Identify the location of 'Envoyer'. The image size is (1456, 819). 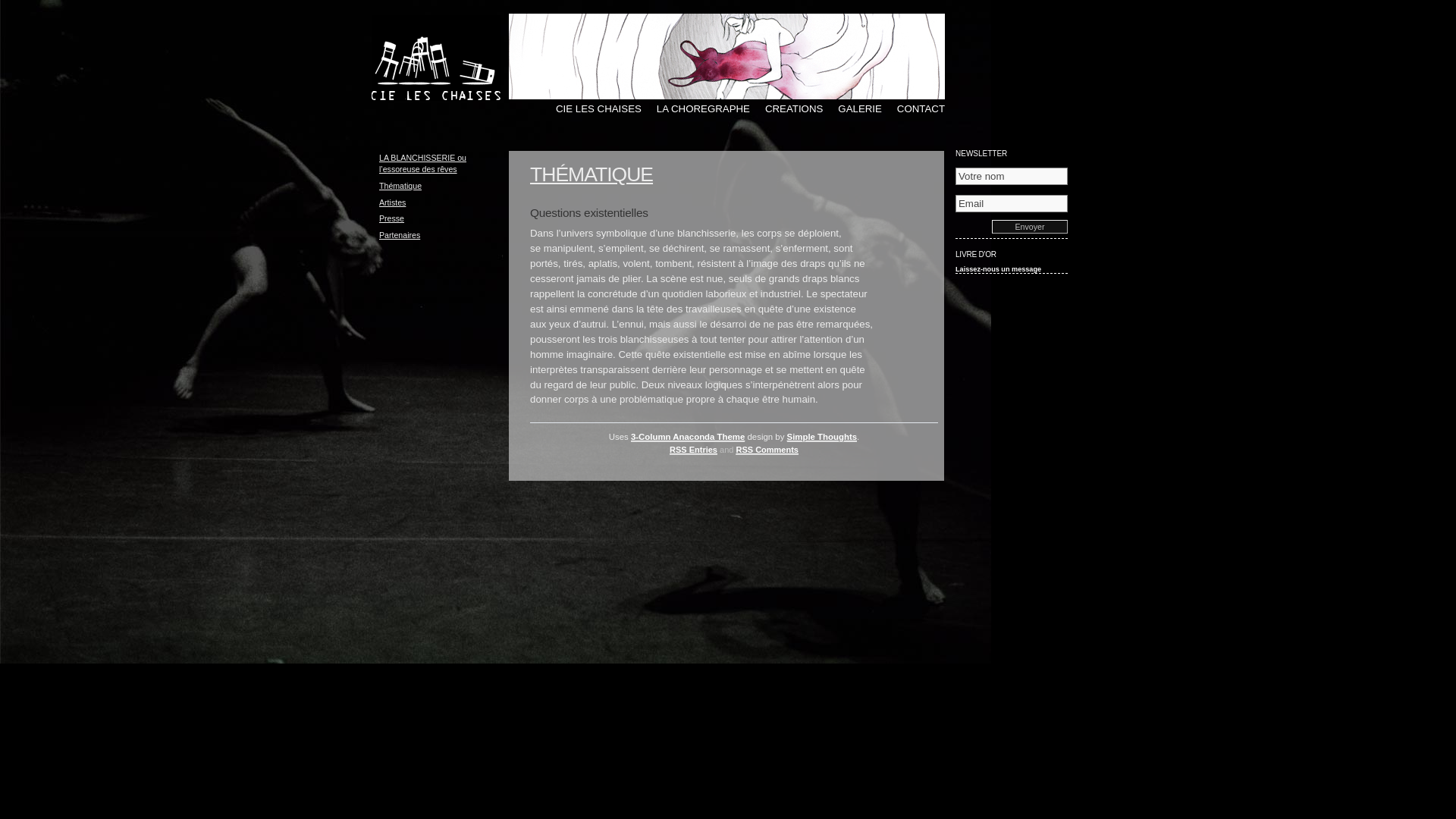
(1030, 227).